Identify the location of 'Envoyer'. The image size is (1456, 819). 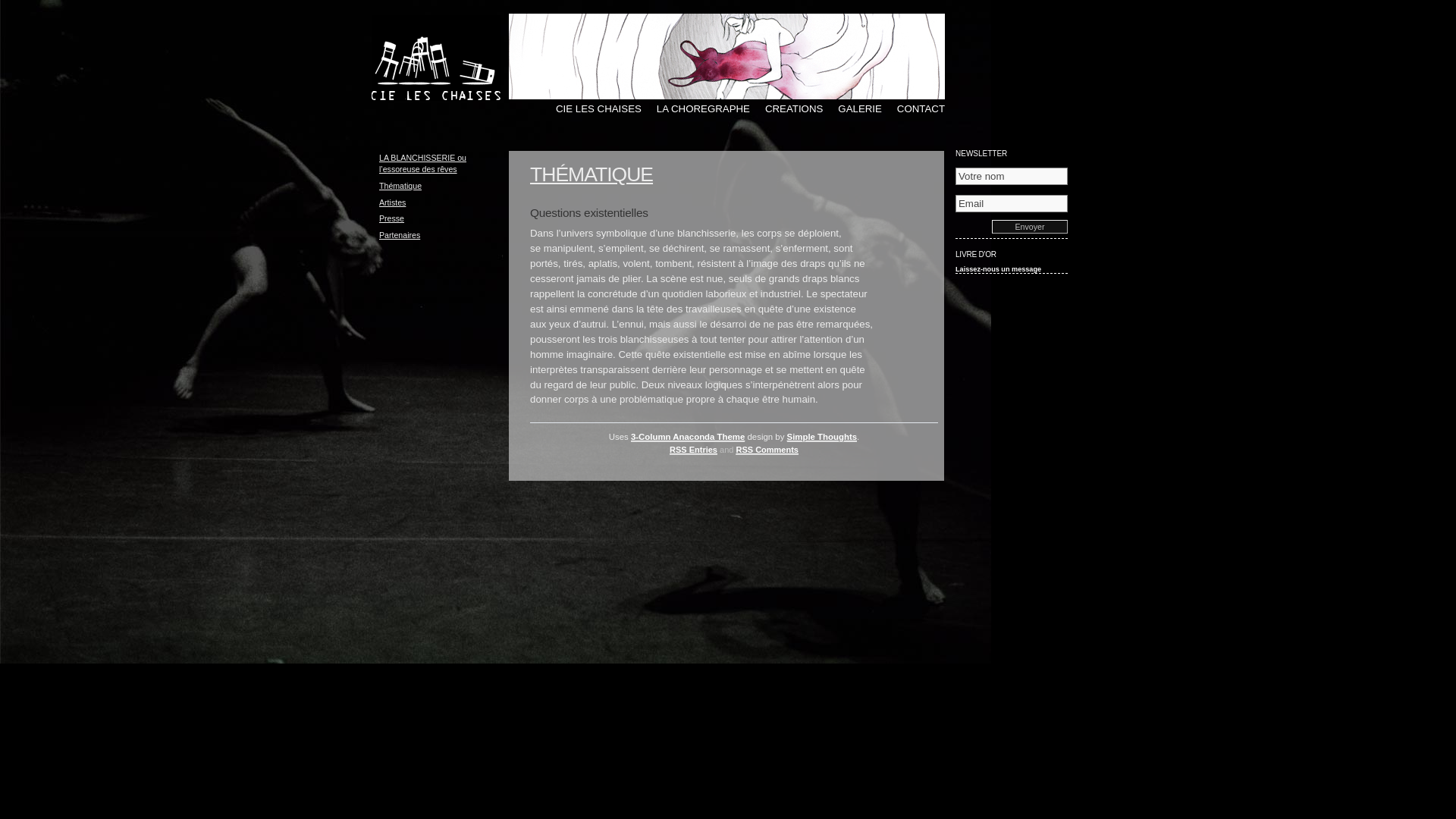
(1030, 227).